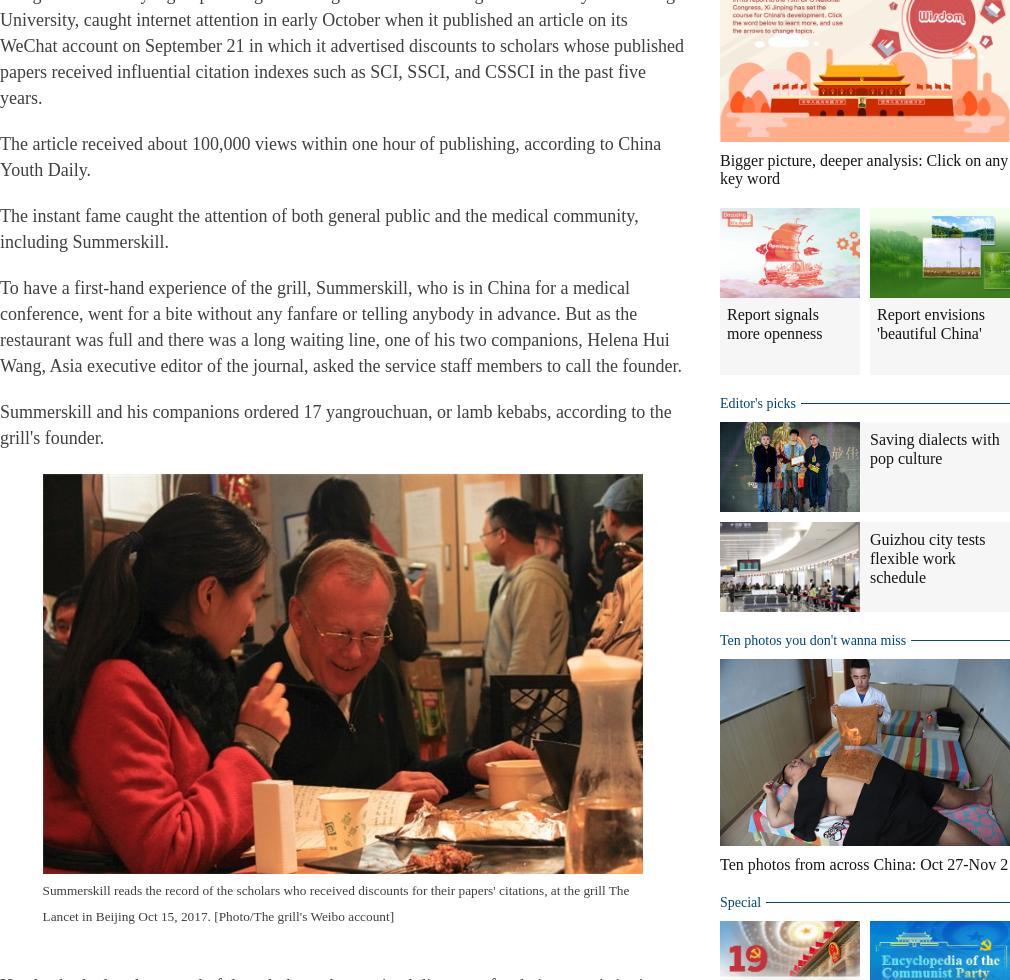 The image size is (1010, 980). What do you see at coordinates (318, 229) in the screenshot?
I see `'The instant fame caught the attention of both general public and the medical community, including Summerskill.'` at bounding box center [318, 229].